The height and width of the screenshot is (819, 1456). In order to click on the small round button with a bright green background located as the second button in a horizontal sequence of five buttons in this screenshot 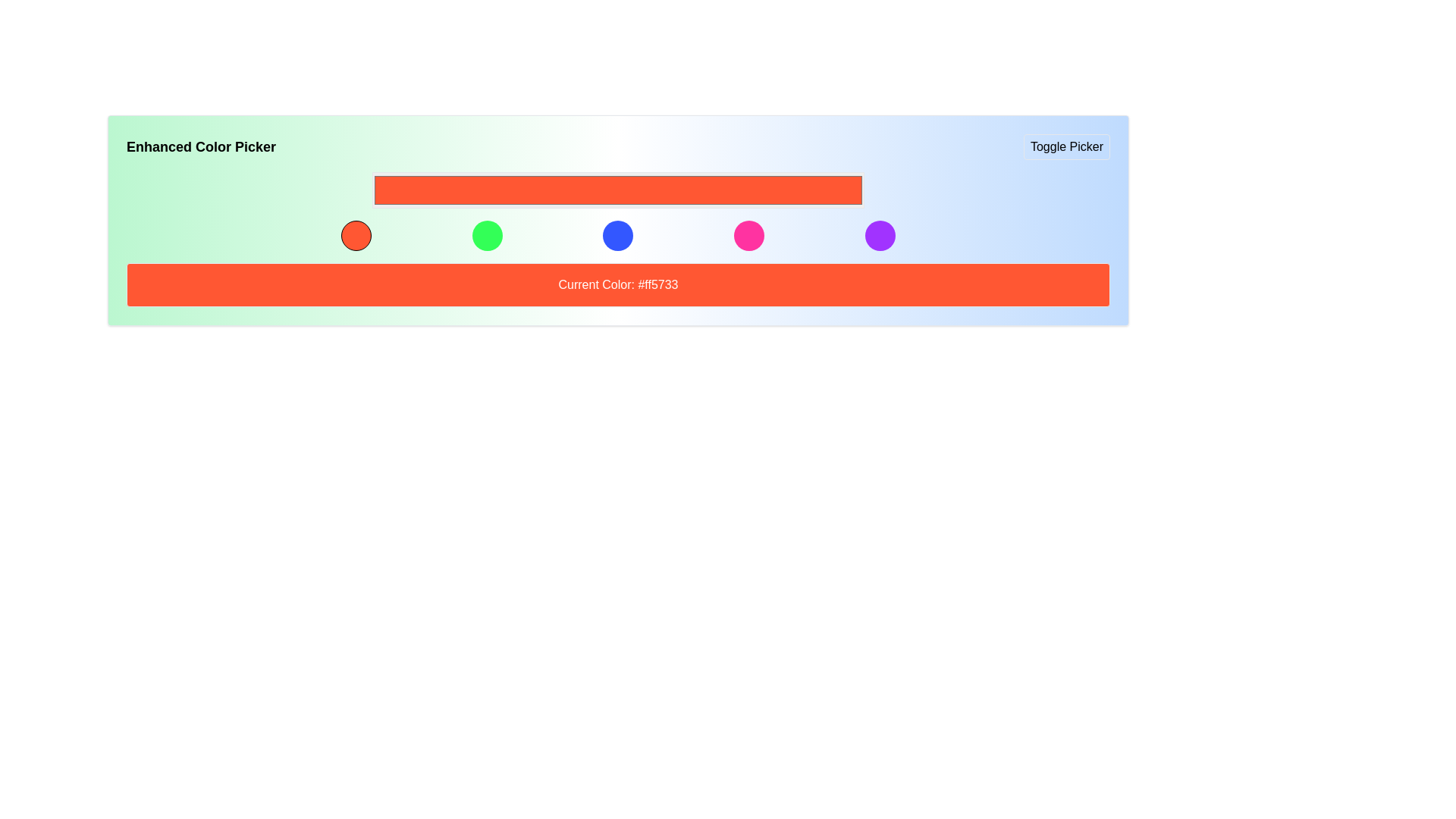, I will do `click(487, 236)`.